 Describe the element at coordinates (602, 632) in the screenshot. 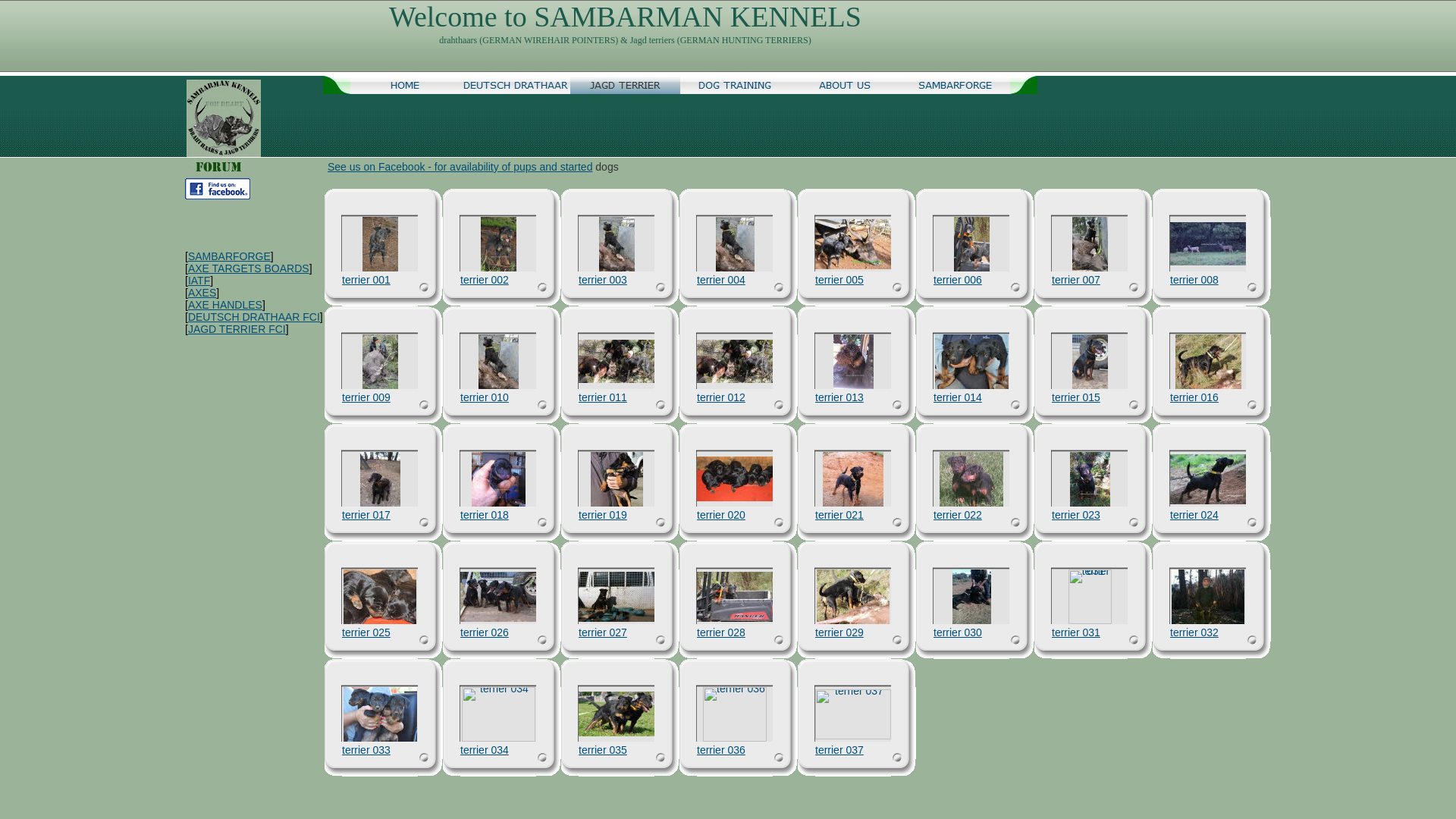

I see `'terrier 027'` at that location.